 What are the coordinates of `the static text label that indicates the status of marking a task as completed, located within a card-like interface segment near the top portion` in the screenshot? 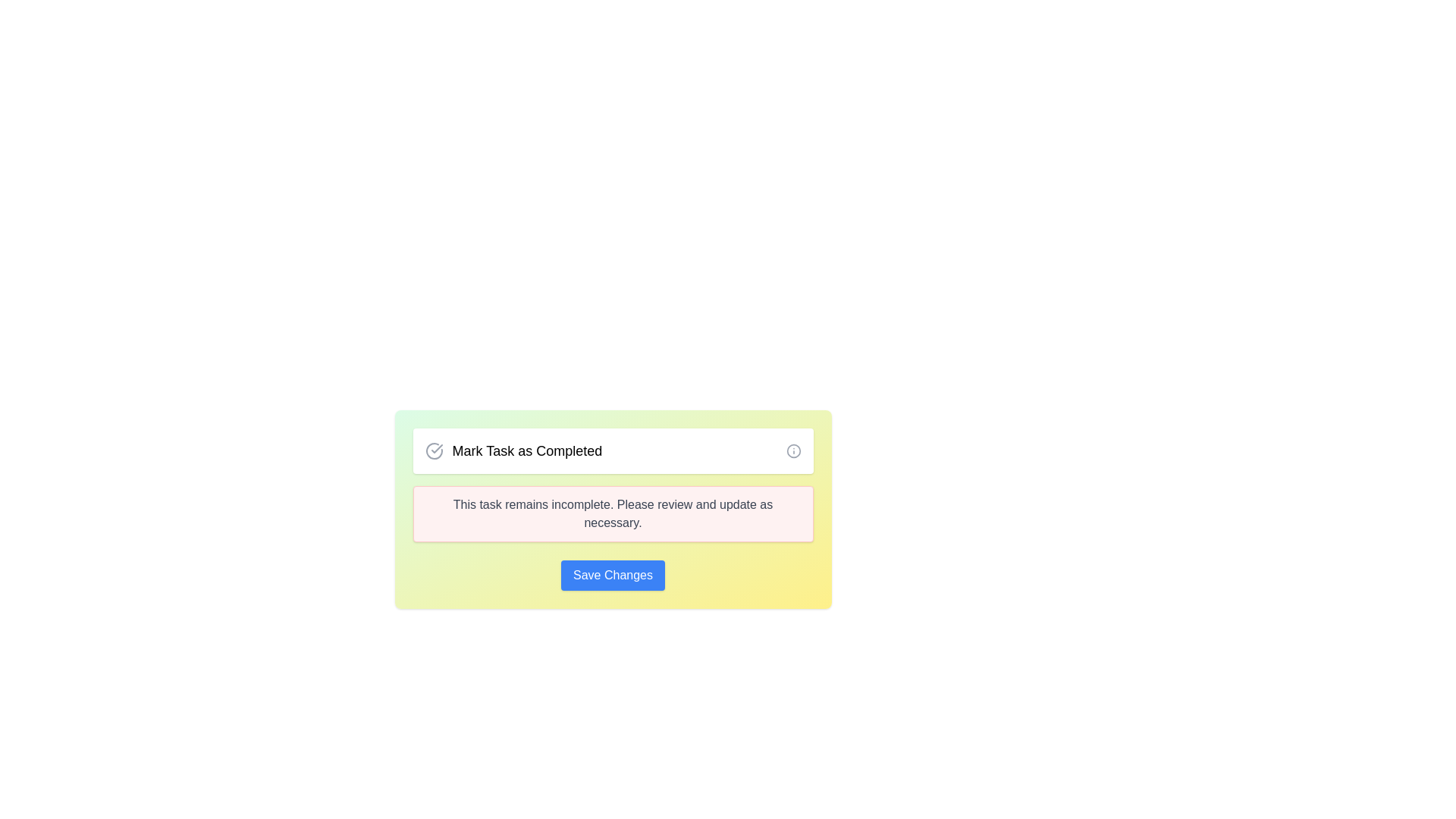 It's located at (527, 450).